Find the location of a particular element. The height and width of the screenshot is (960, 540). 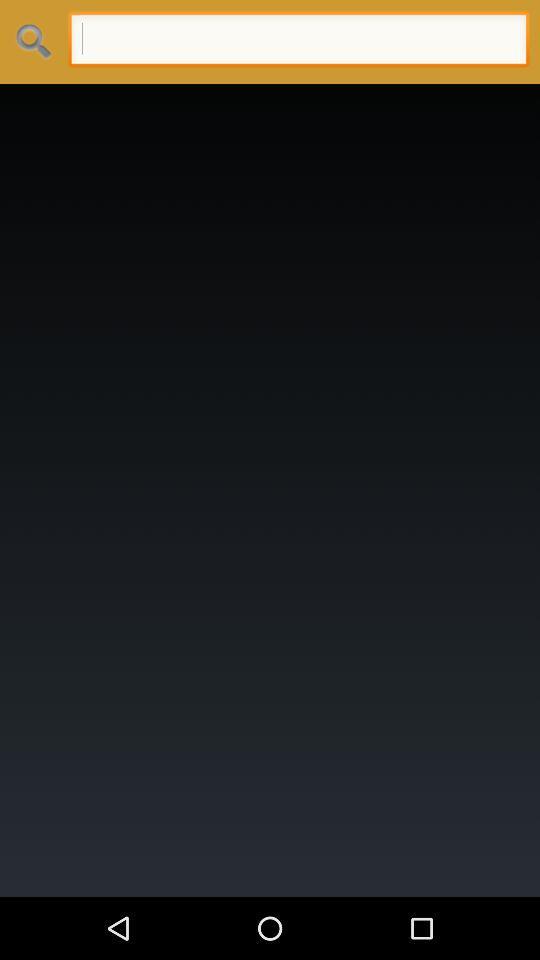

search is located at coordinates (297, 41).